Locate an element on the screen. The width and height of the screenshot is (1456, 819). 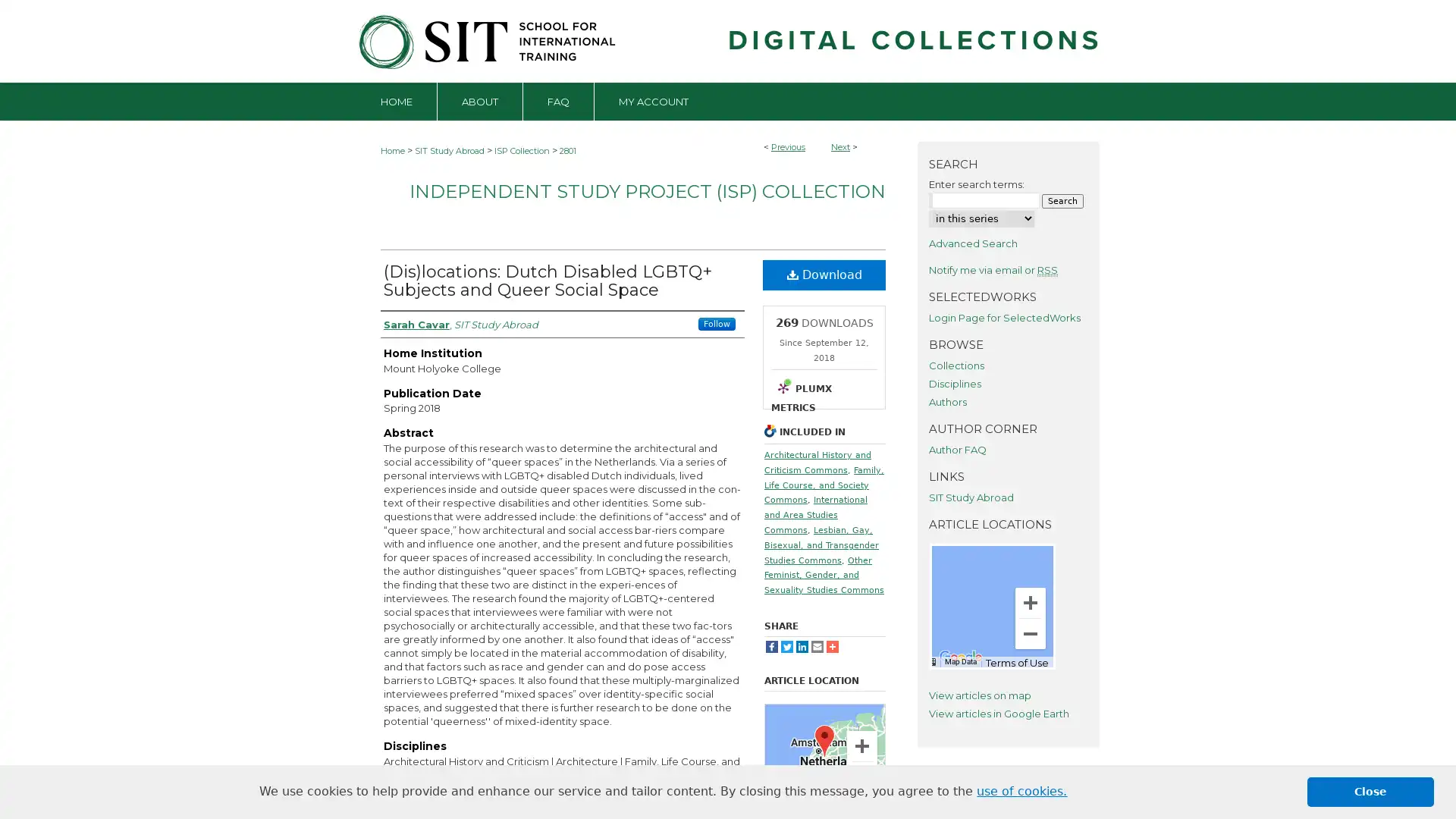
learn more about cookies is located at coordinates (1021, 791).